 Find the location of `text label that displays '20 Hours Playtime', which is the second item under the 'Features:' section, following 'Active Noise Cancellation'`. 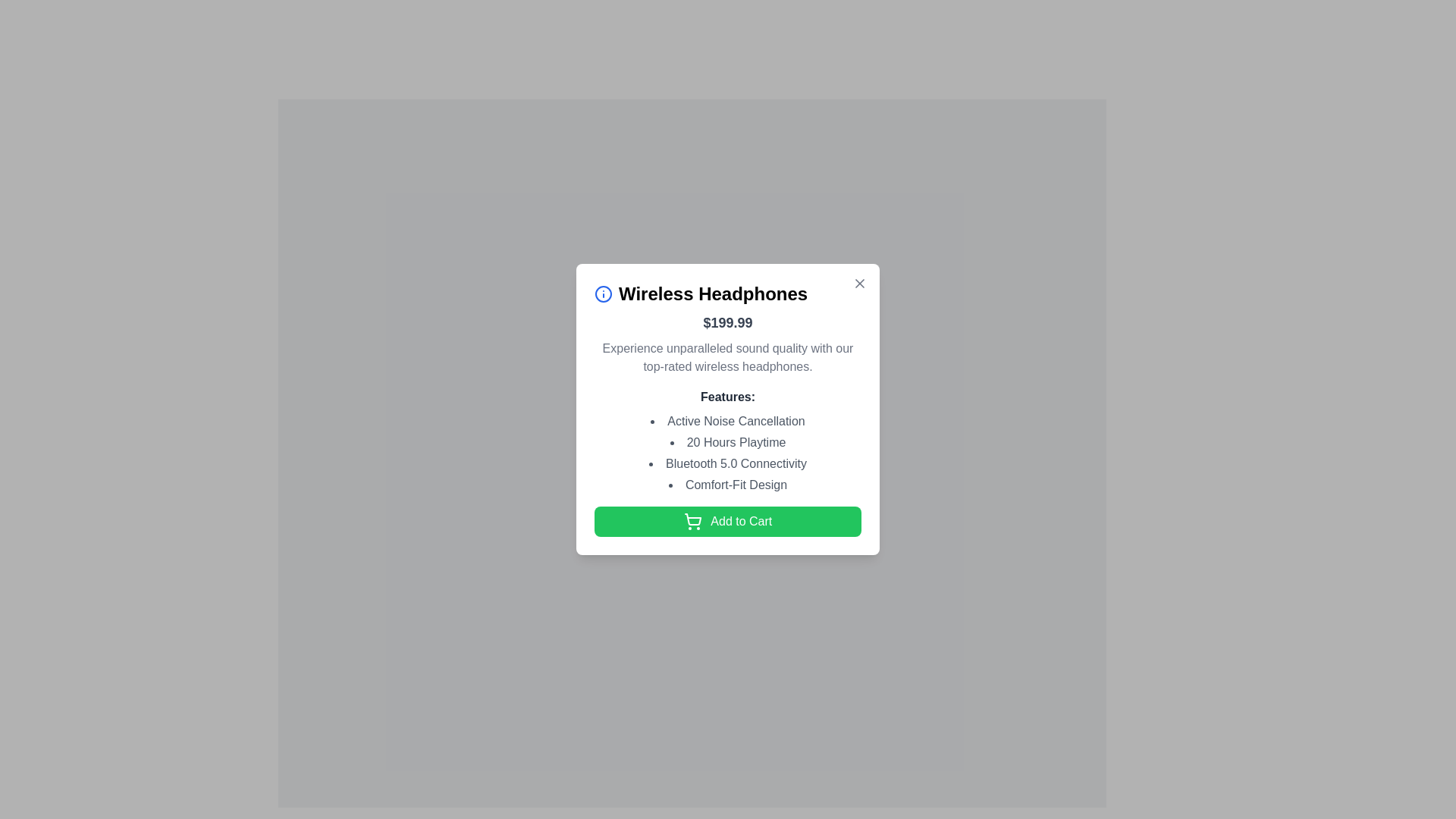

text label that displays '20 Hours Playtime', which is the second item under the 'Features:' section, following 'Active Noise Cancellation' is located at coordinates (728, 441).